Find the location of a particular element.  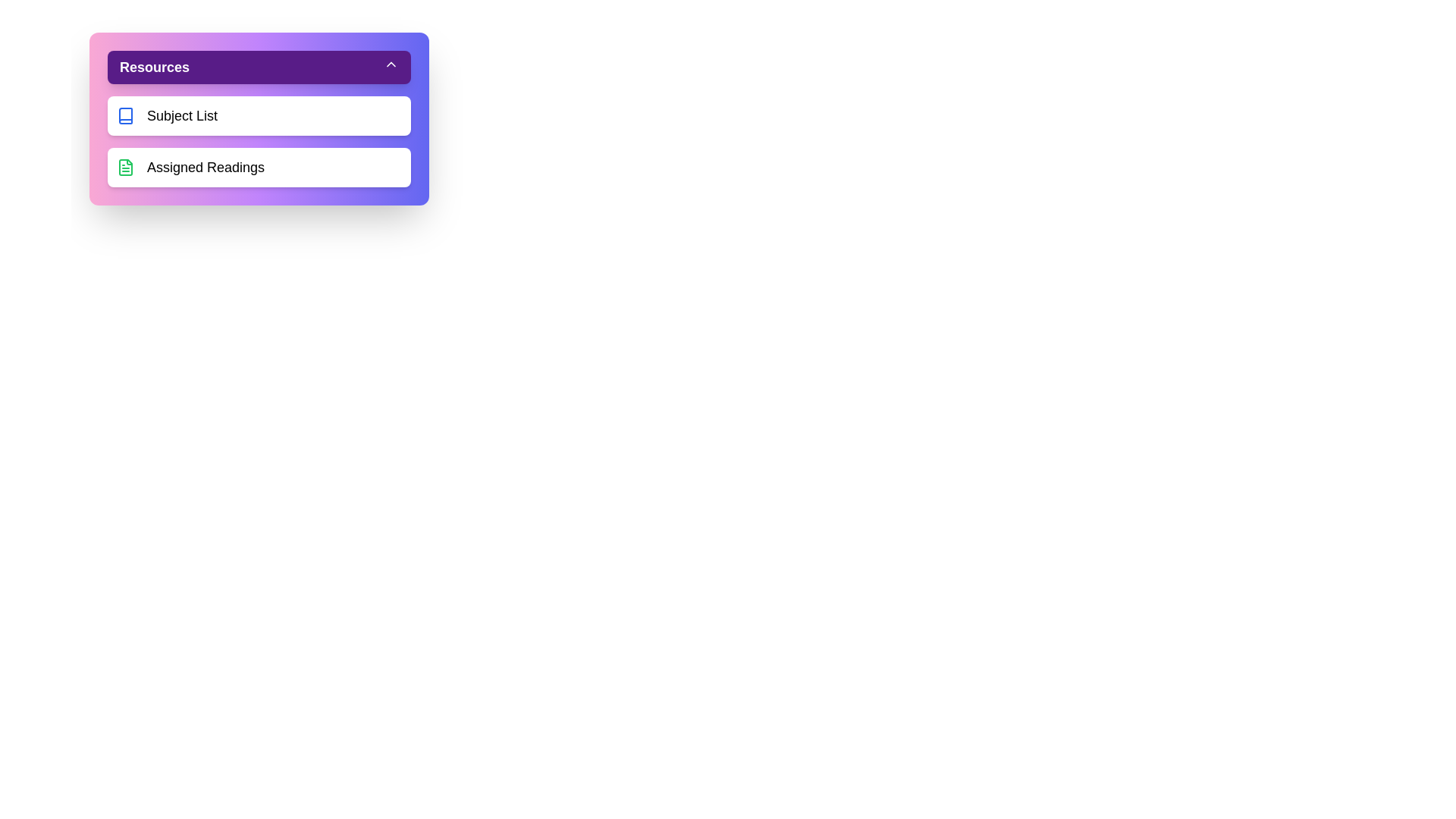

the upward-pointing chevron icon on the right-hand side of the purple background bar labeled 'Resources' is located at coordinates (391, 63).